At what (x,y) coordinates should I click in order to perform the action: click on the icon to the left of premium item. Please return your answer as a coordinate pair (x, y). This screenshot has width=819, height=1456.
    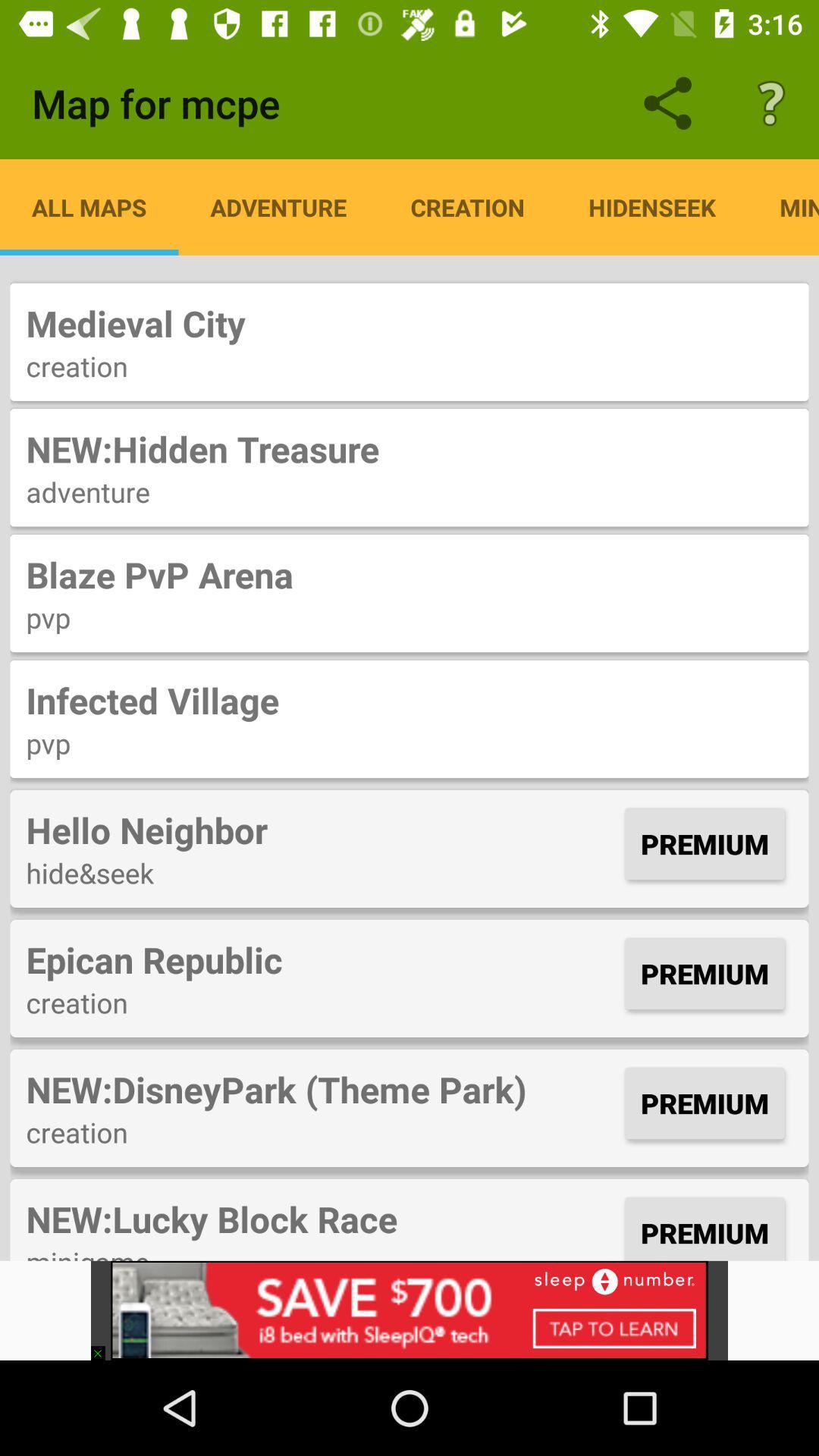
    Looking at the image, I should click on (321, 829).